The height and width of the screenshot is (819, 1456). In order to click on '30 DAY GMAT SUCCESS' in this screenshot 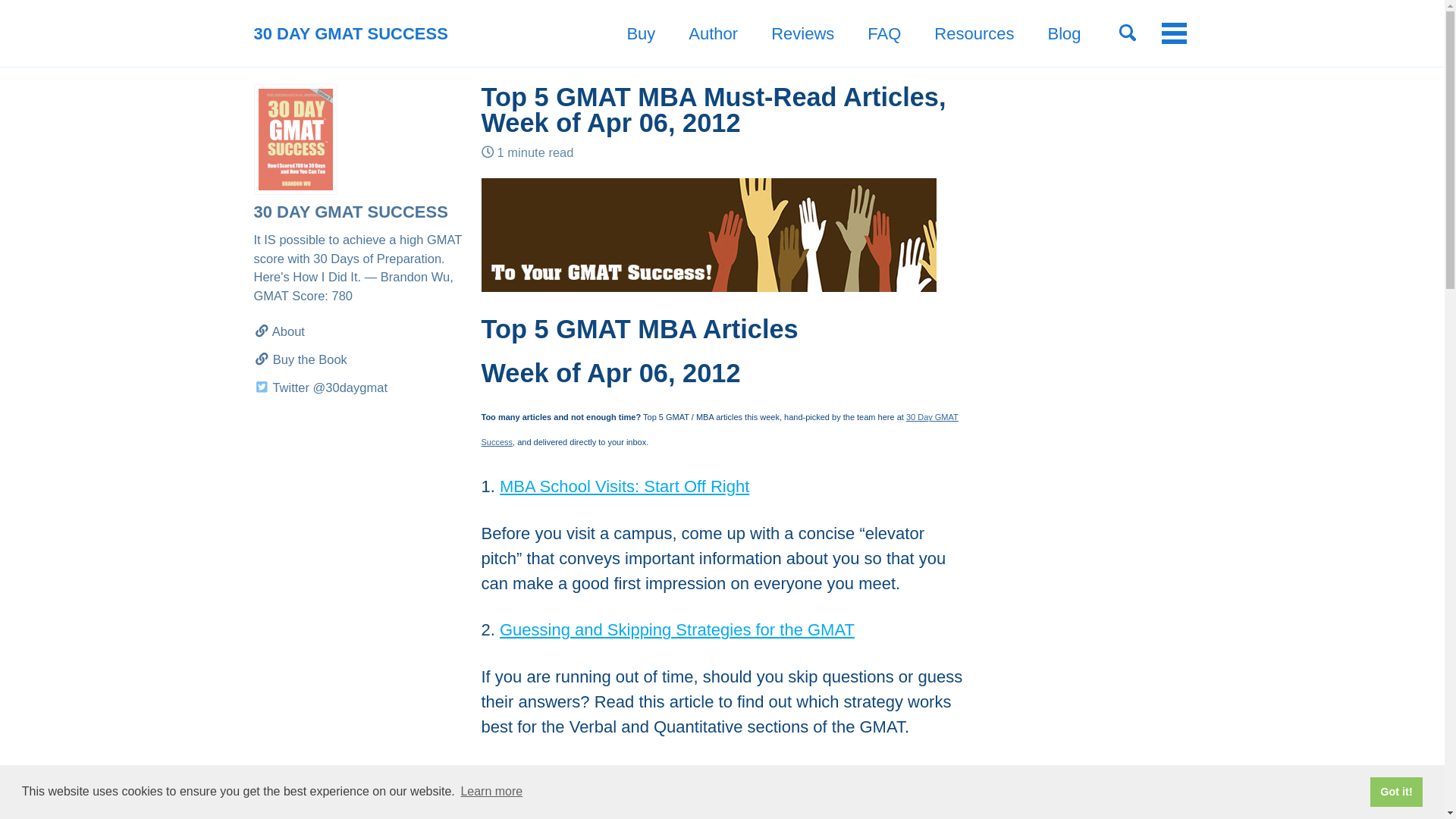, I will do `click(349, 33)`.